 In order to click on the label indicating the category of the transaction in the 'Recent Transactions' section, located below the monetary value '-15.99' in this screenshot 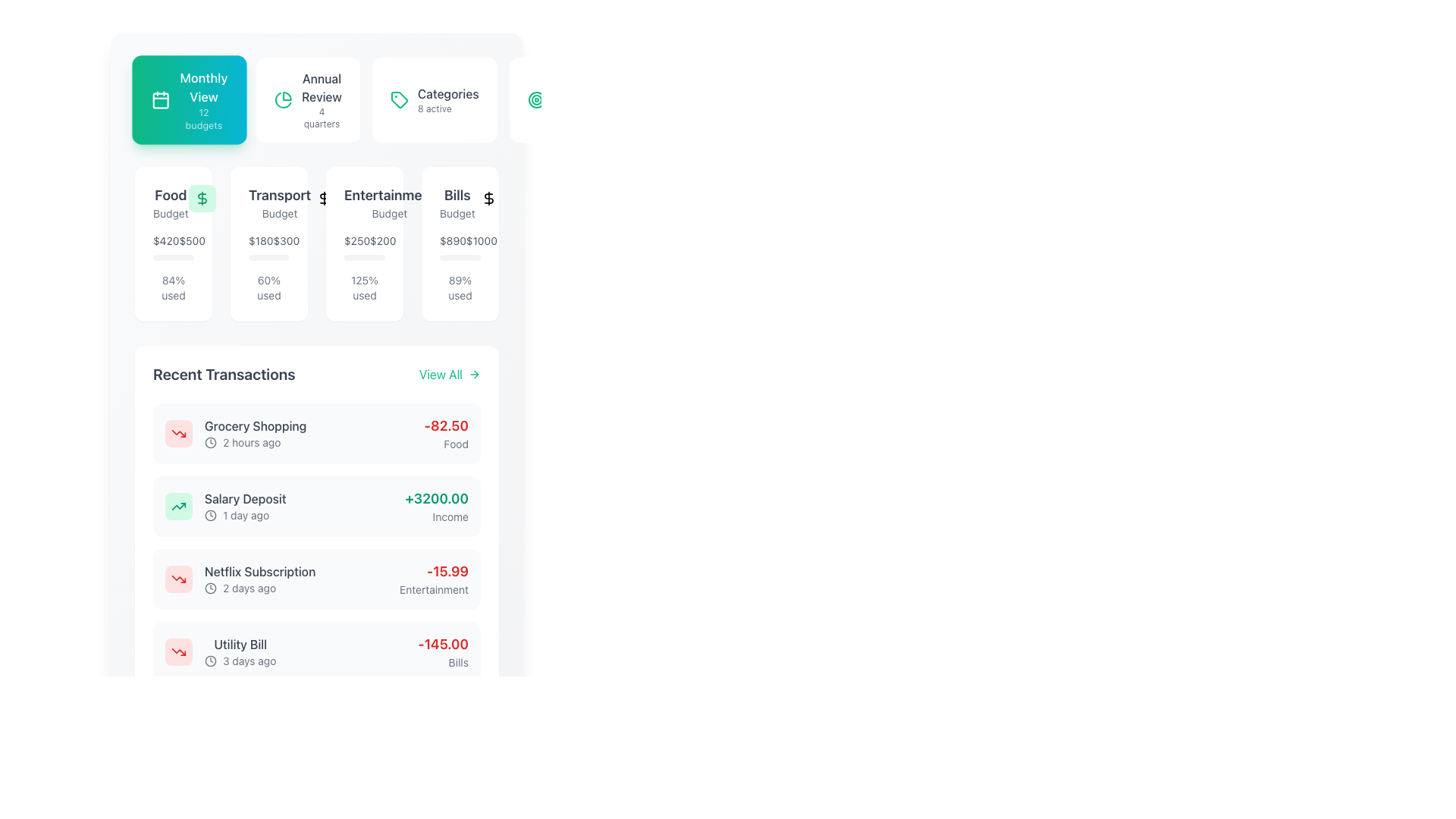, I will do `click(433, 589)`.